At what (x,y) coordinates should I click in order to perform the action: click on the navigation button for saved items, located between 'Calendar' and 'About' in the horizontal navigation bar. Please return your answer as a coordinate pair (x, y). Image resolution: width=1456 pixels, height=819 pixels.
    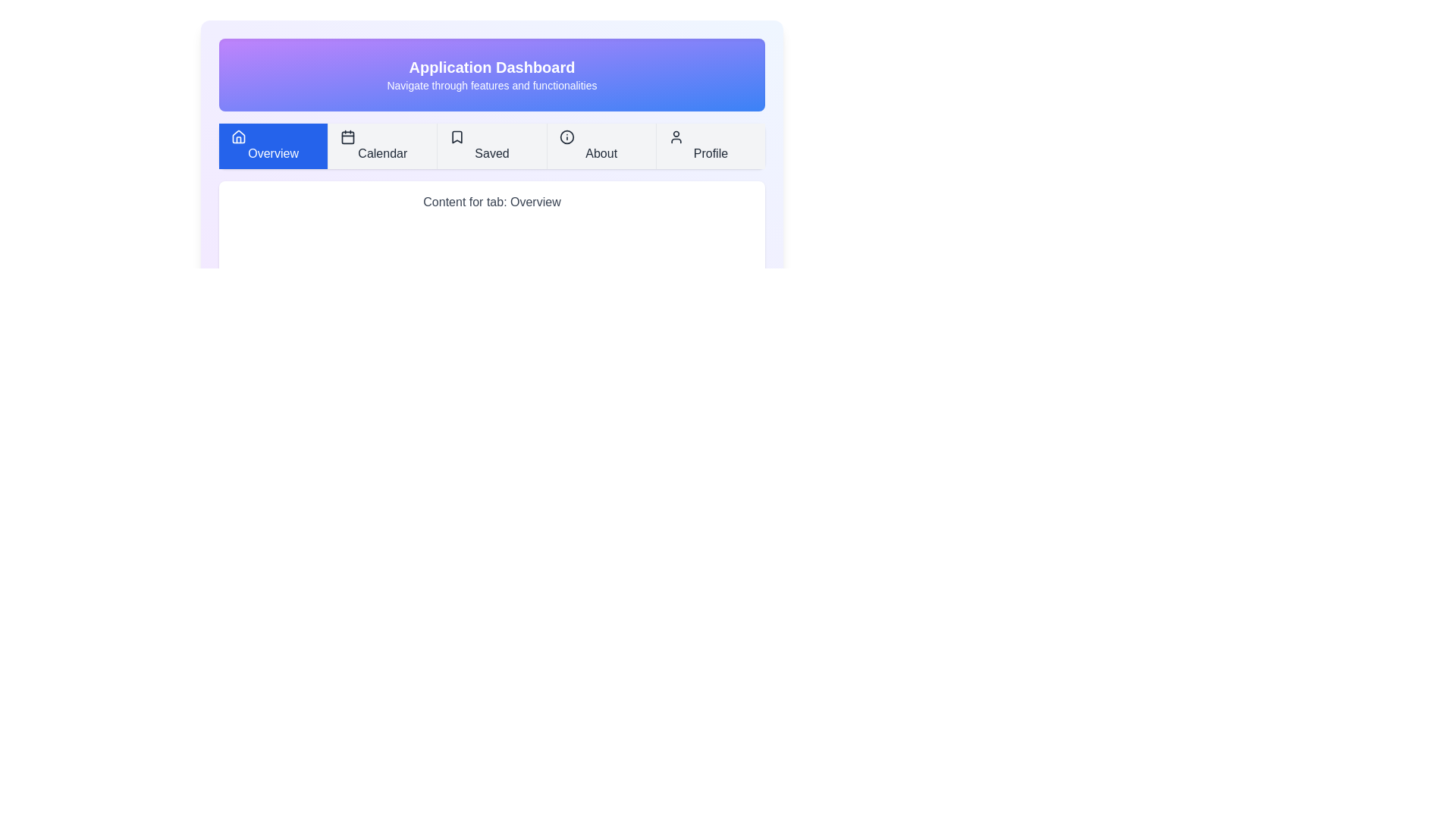
    Looking at the image, I should click on (491, 146).